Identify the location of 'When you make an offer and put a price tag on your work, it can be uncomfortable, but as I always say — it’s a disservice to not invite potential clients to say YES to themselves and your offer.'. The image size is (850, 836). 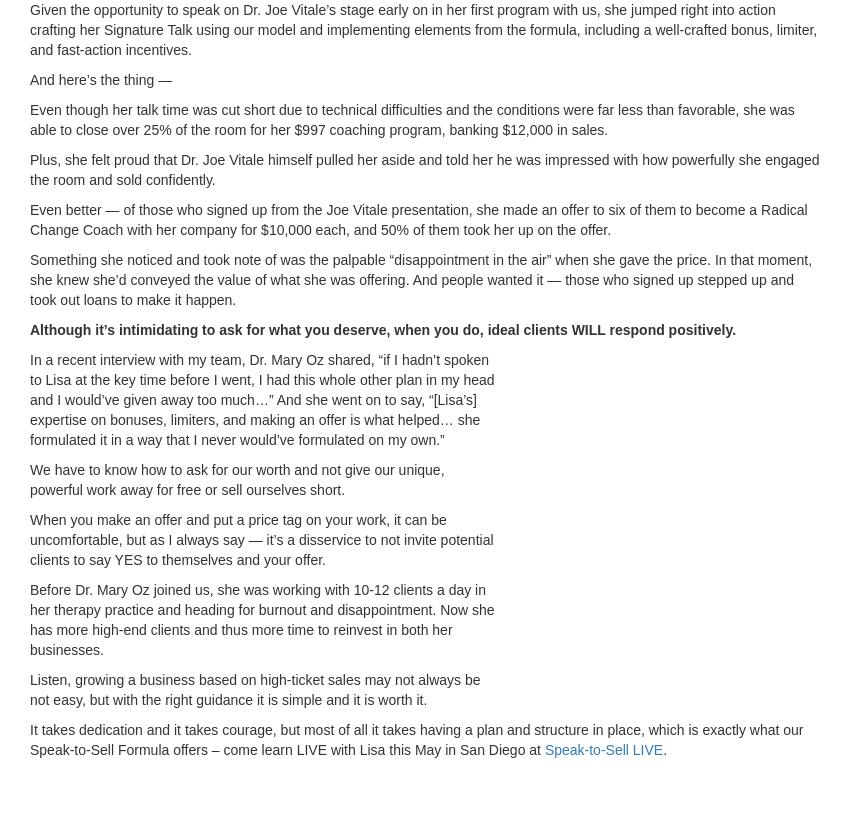
(260, 538).